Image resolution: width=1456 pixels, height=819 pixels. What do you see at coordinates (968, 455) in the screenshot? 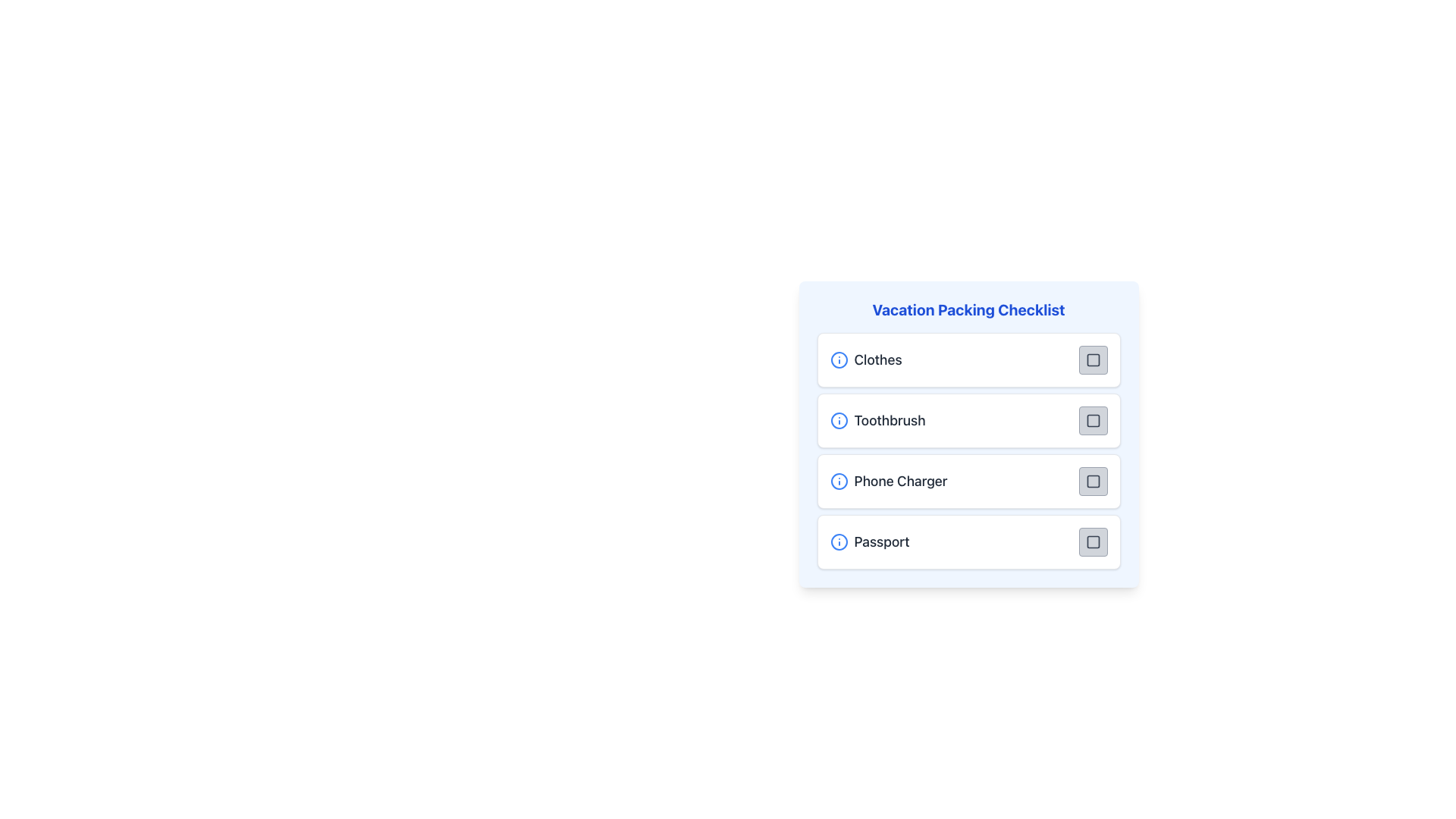
I see `the third checklist item for 'Vacation Packing'` at bounding box center [968, 455].